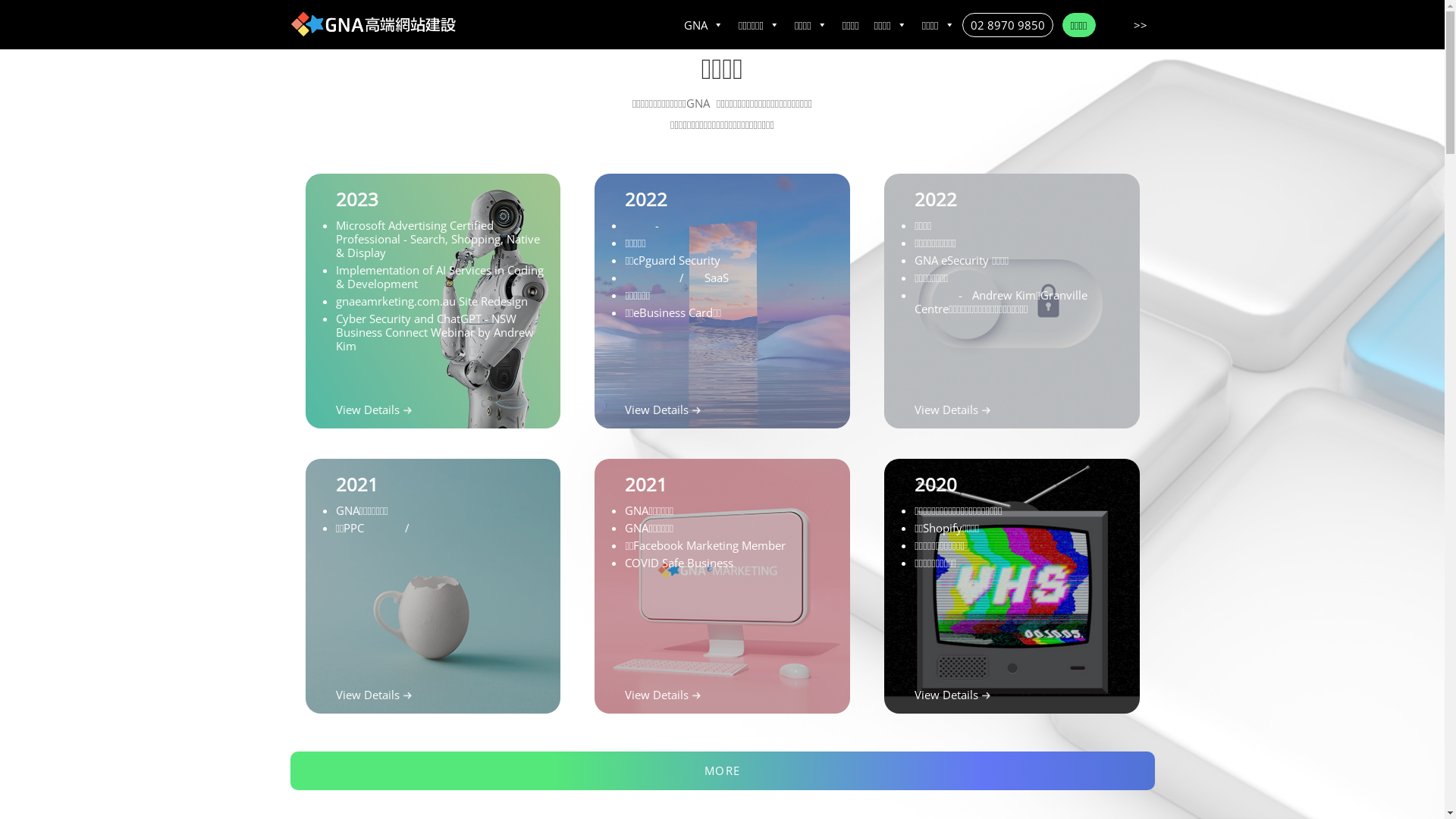  What do you see at coordinates (334, 409) in the screenshot?
I see `'View Details'` at bounding box center [334, 409].